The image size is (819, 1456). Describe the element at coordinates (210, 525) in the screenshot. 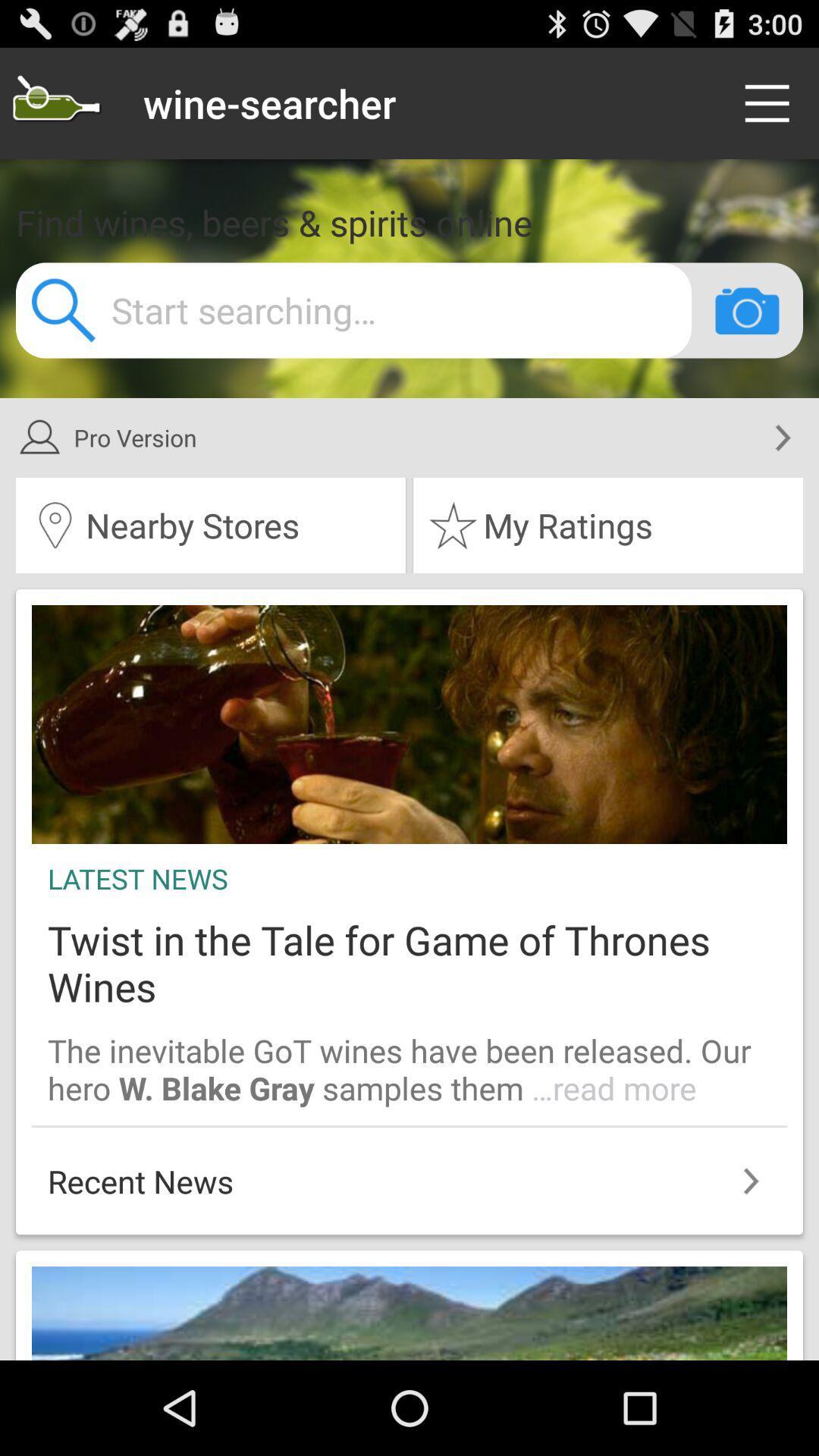

I see `the nearby stores item` at that location.